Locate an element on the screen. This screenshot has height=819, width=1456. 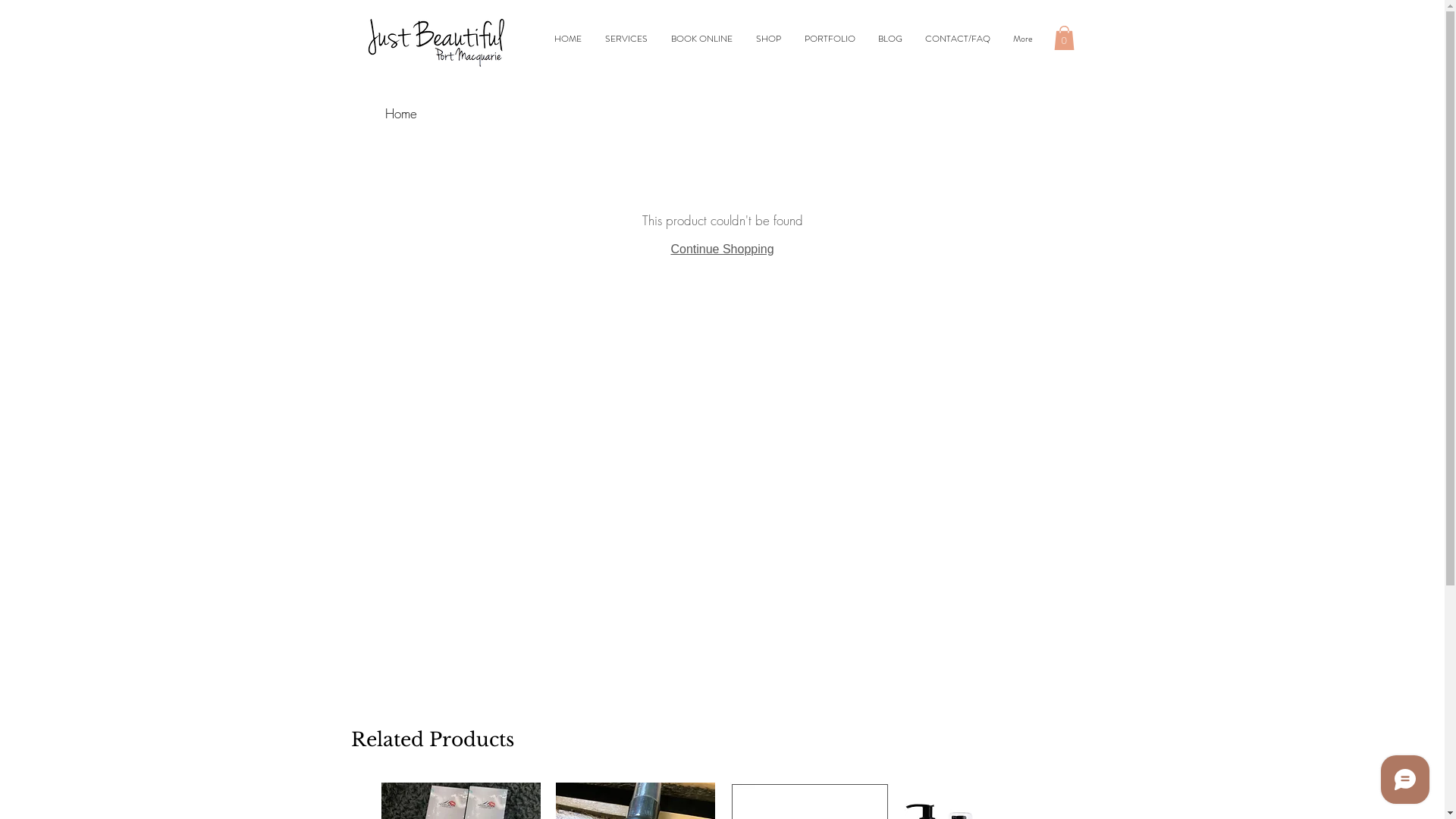
'BLOG' is located at coordinates (889, 37).